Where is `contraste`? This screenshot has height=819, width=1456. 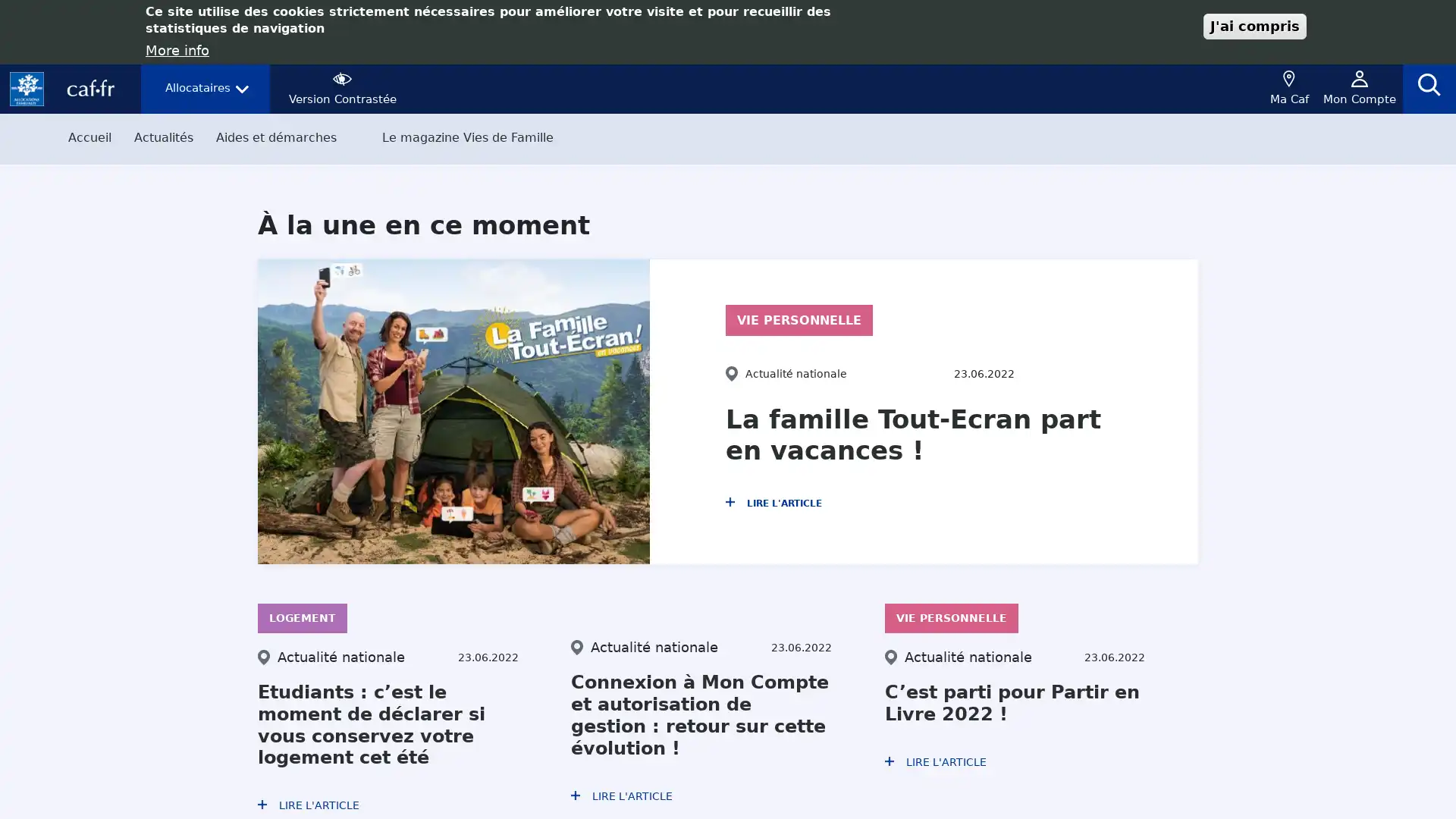 contraste is located at coordinates (341, 88).